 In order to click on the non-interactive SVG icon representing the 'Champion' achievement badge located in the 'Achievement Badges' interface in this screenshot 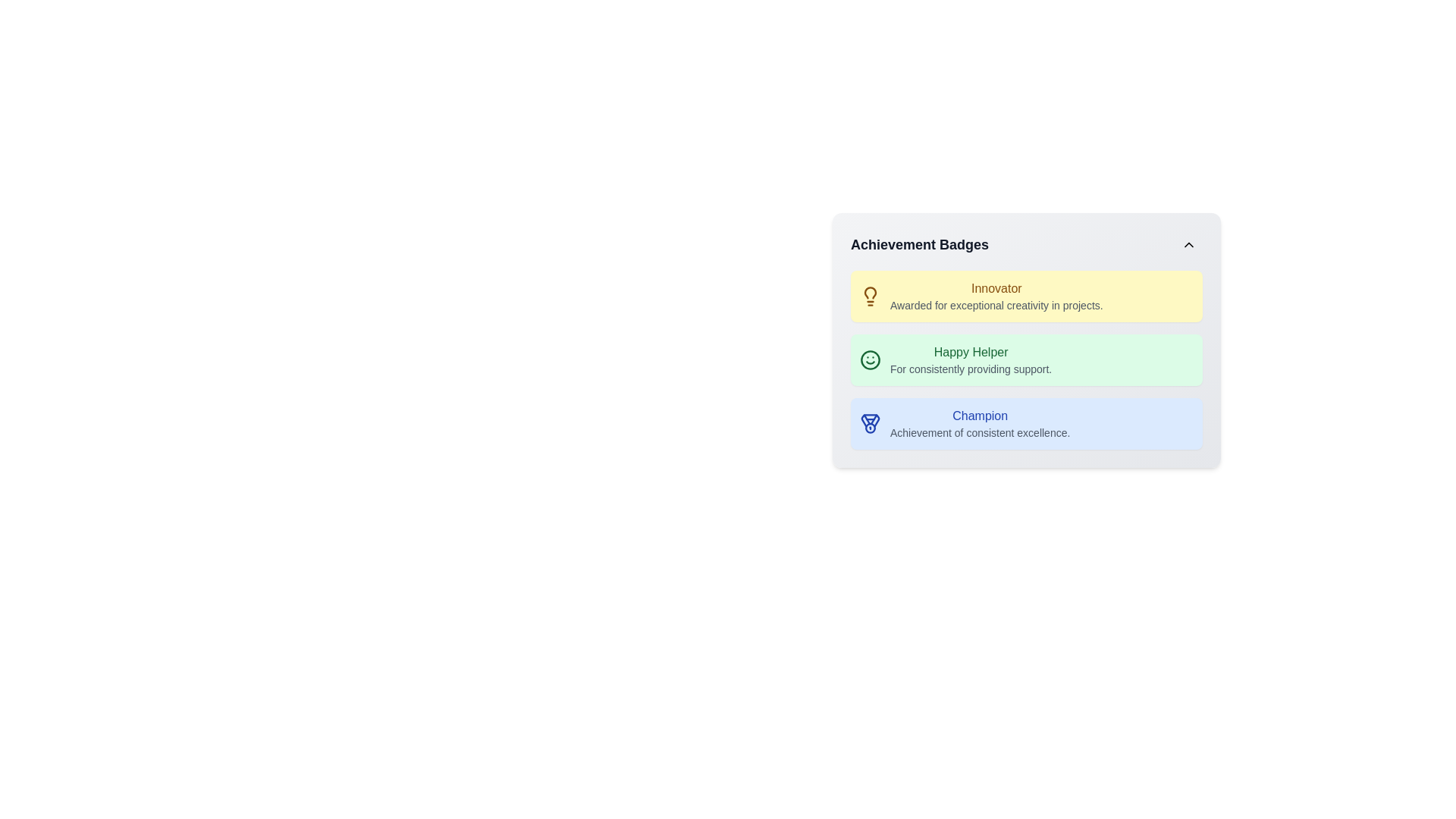, I will do `click(870, 420)`.